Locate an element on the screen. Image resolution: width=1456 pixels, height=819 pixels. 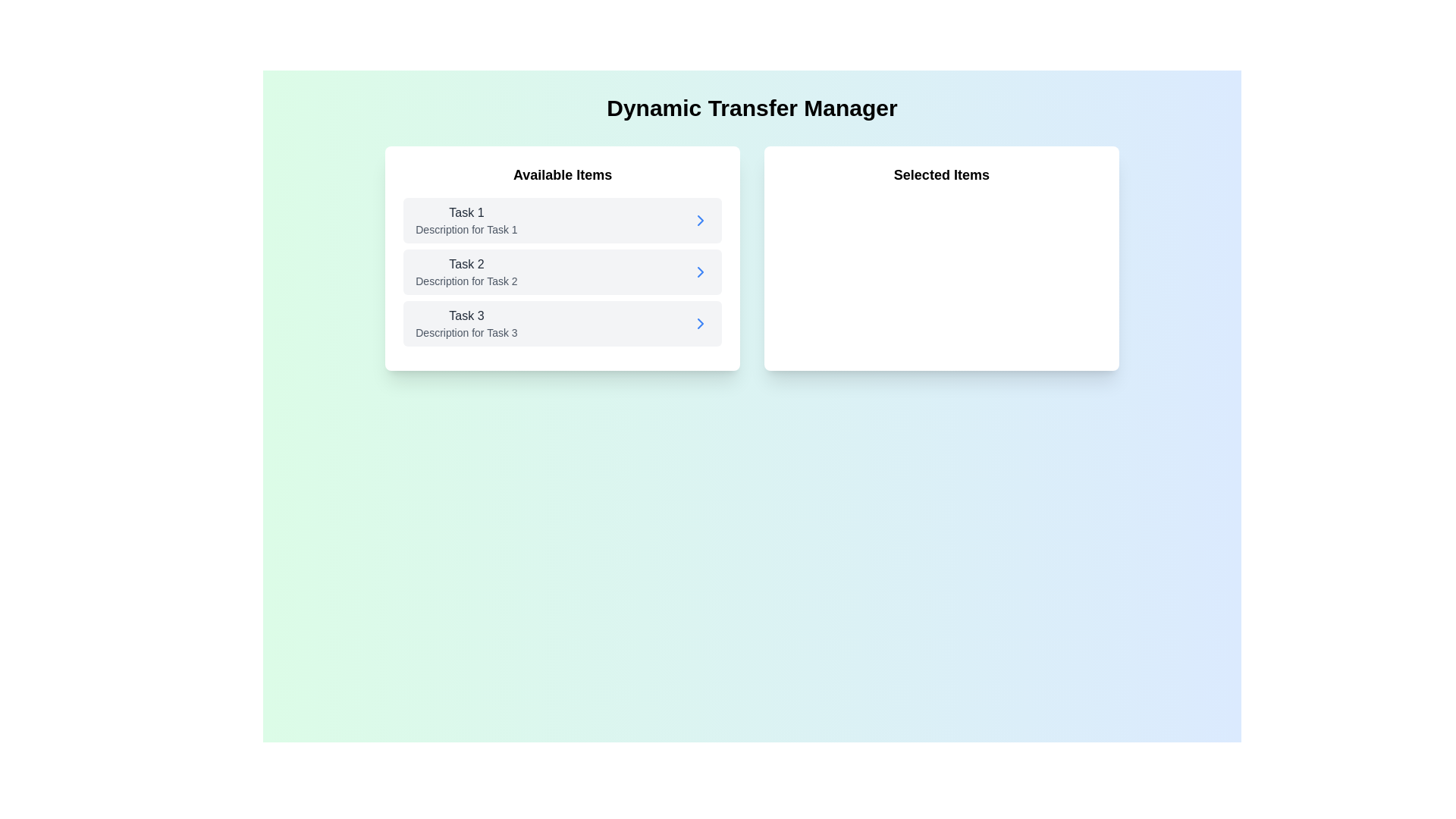
the rightward-pointing chevron icon button in the 'Available Items' section, aligned with 'Task 2' is located at coordinates (700, 271).